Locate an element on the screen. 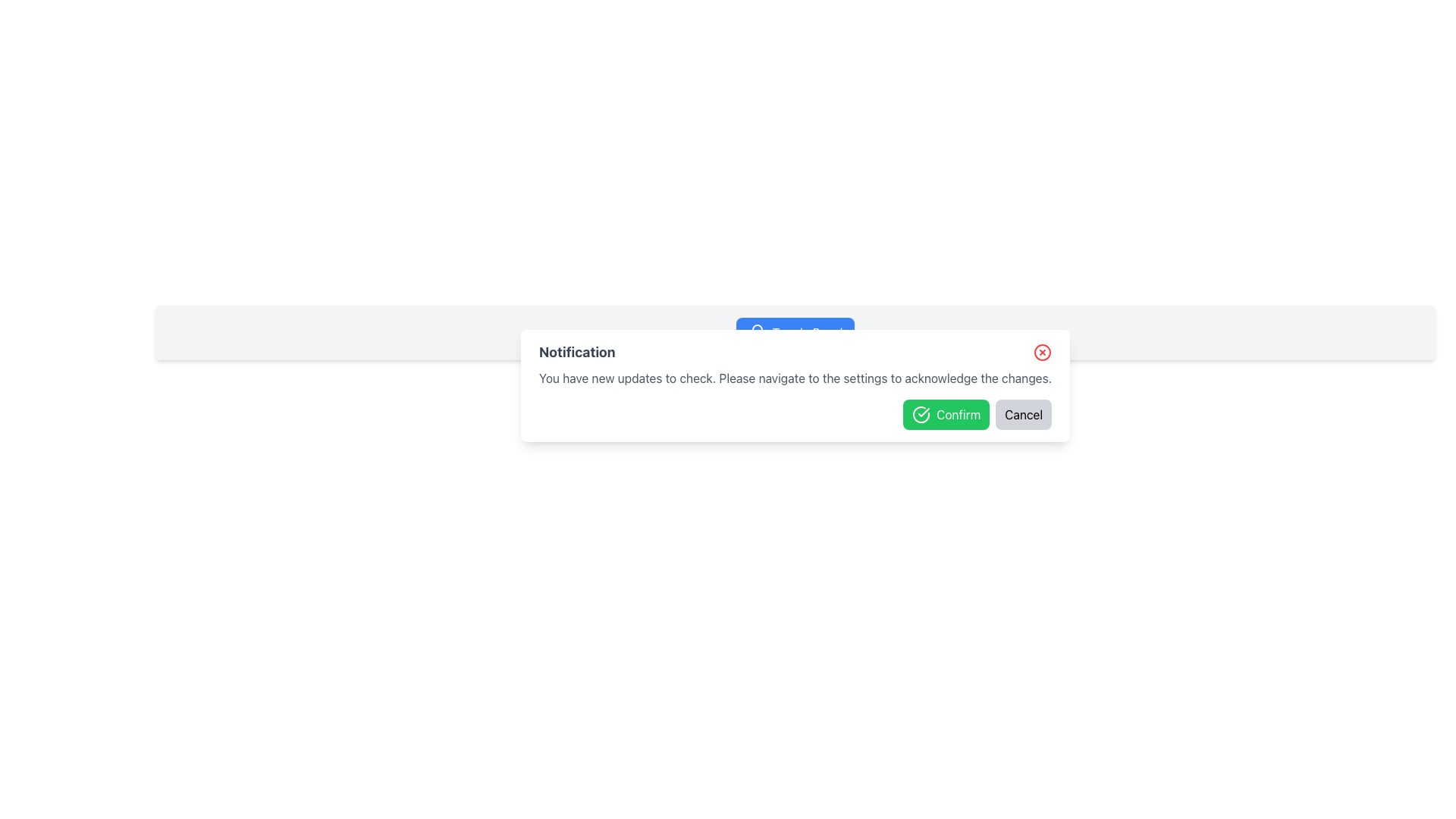 This screenshot has height=819, width=1456. the visual indicator icon located to the left of the 'Confirm' button in the confirmation dialog is located at coordinates (921, 415).